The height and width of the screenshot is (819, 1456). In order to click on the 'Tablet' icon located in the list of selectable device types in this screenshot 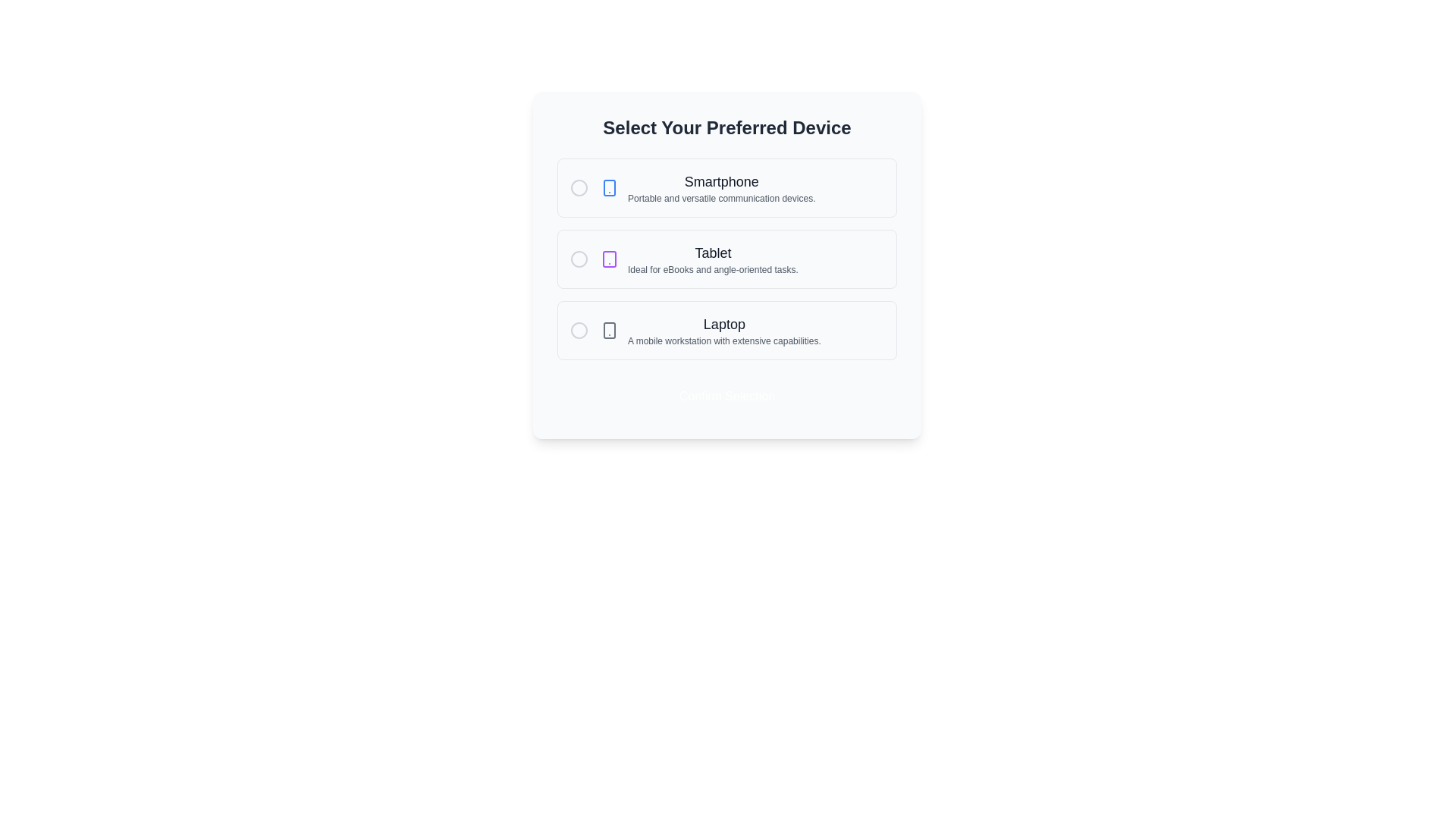, I will do `click(610, 259)`.